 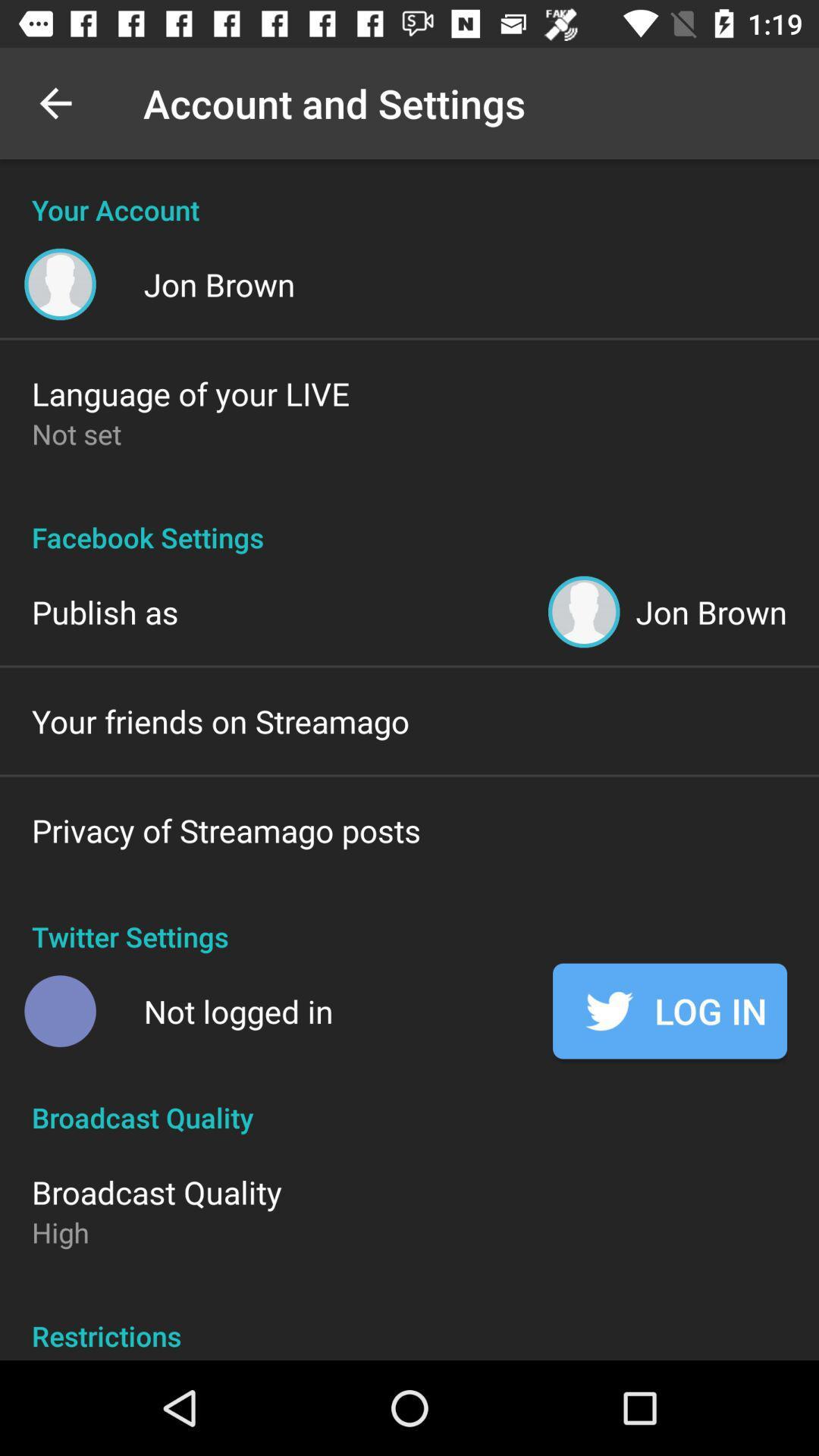 What do you see at coordinates (104, 611) in the screenshot?
I see `the item to the left of the jon brown item` at bounding box center [104, 611].